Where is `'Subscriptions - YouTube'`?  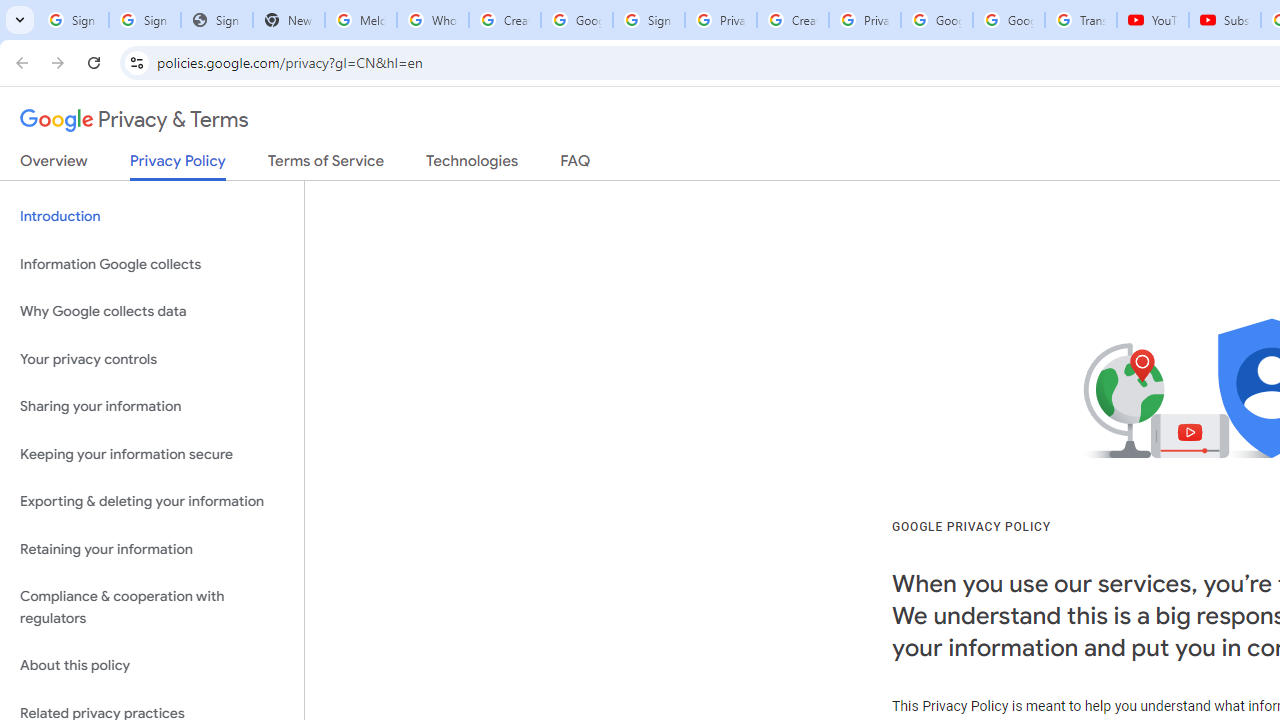
'Subscriptions - YouTube' is located at coordinates (1223, 20).